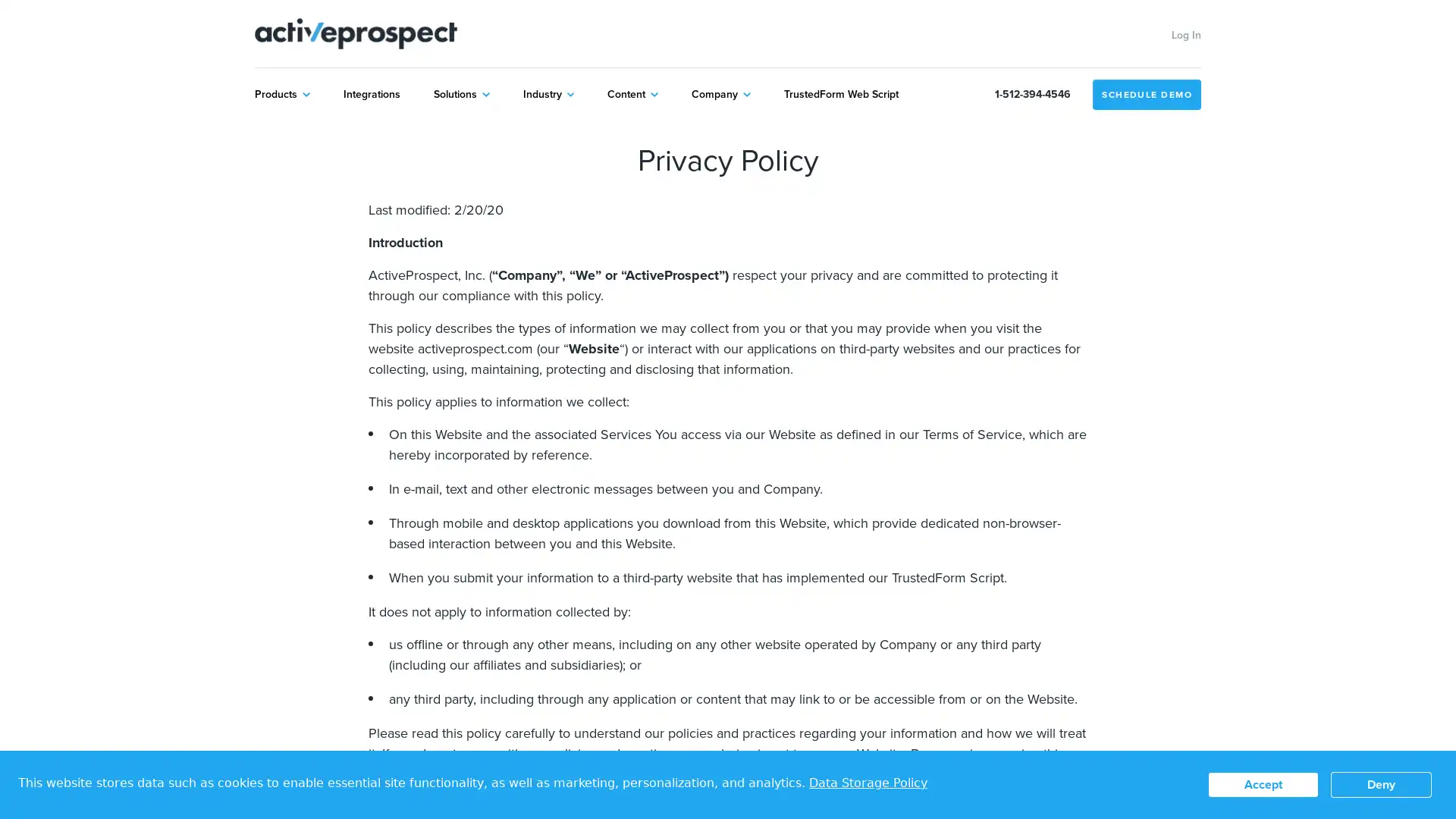 The width and height of the screenshot is (1456, 819). Describe the element at coordinates (1263, 784) in the screenshot. I see `Accept` at that location.